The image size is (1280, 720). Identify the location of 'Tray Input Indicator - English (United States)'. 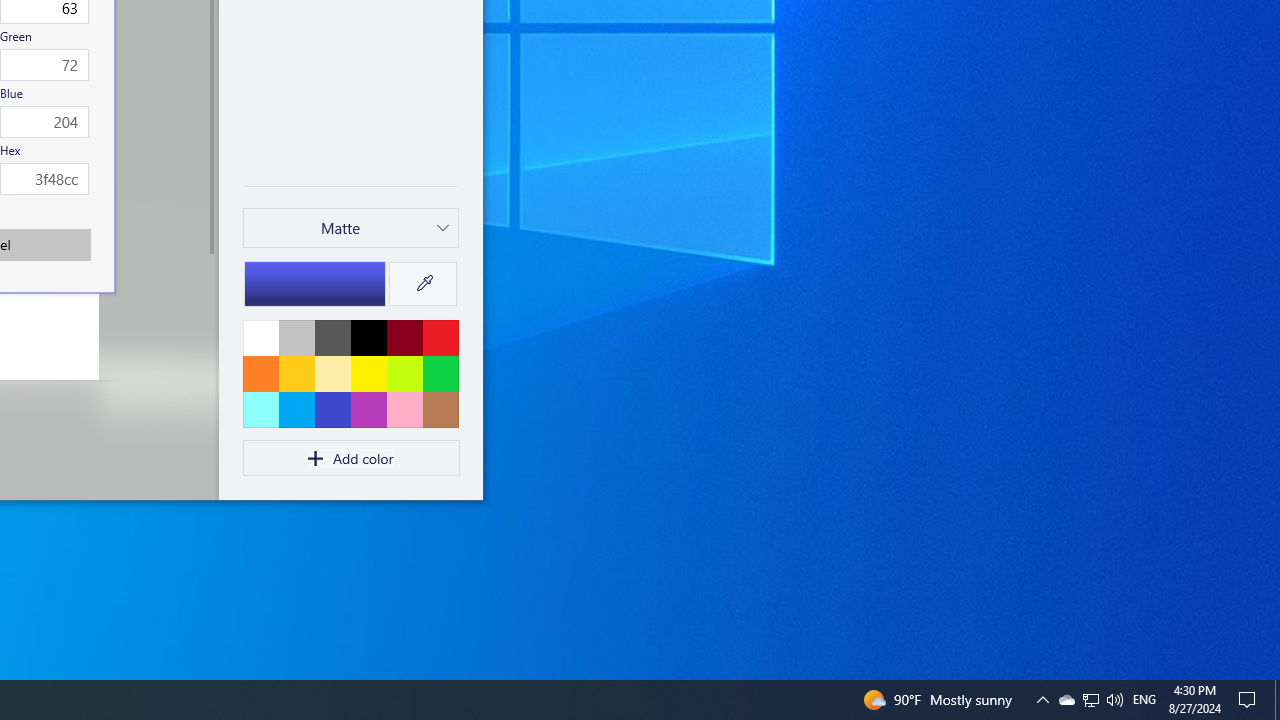
(1144, 698).